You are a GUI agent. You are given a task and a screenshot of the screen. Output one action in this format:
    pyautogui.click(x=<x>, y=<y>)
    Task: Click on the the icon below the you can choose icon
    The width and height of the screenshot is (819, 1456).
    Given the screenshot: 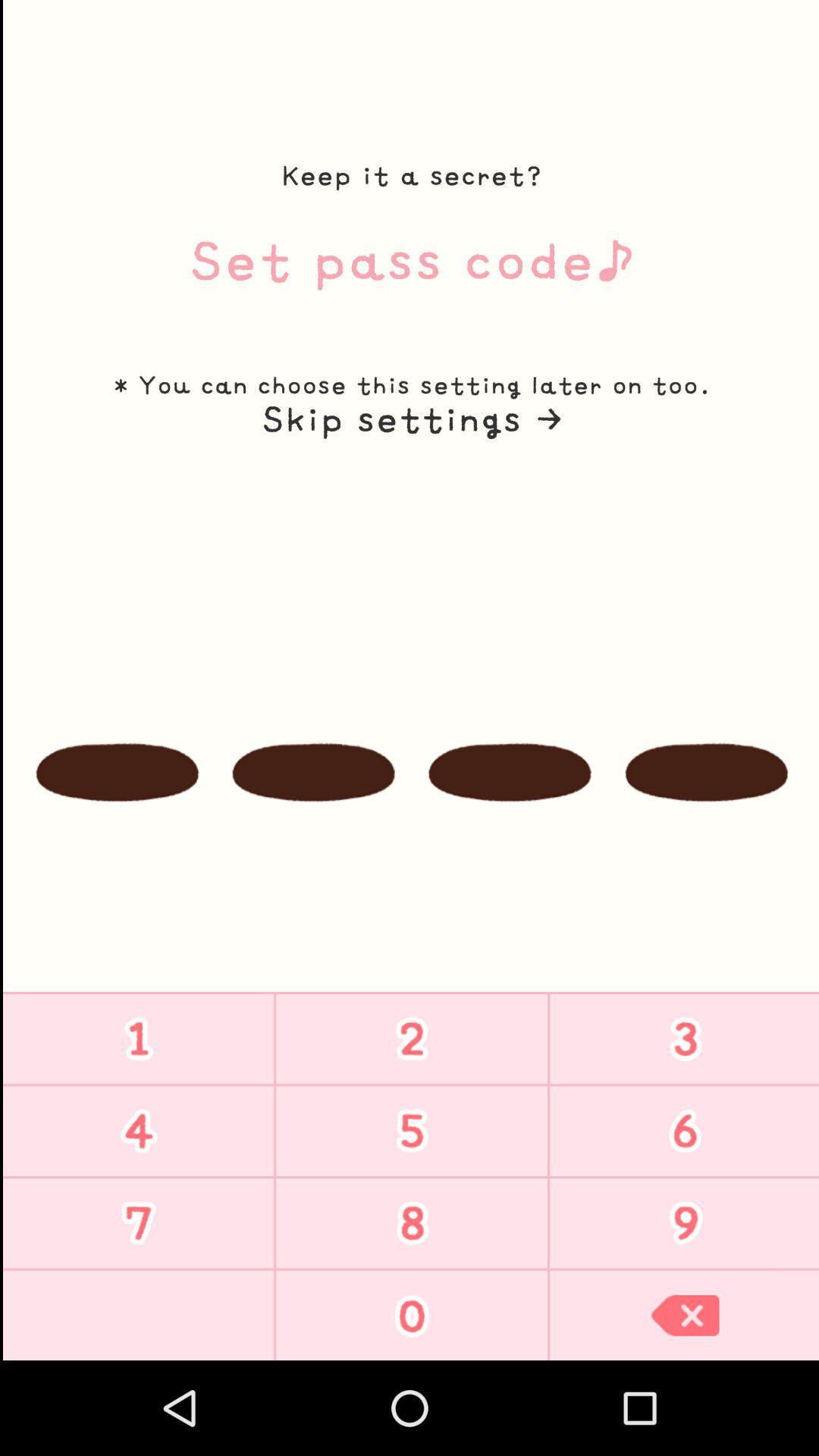 What is the action you would take?
    pyautogui.click(x=408, y=419)
    